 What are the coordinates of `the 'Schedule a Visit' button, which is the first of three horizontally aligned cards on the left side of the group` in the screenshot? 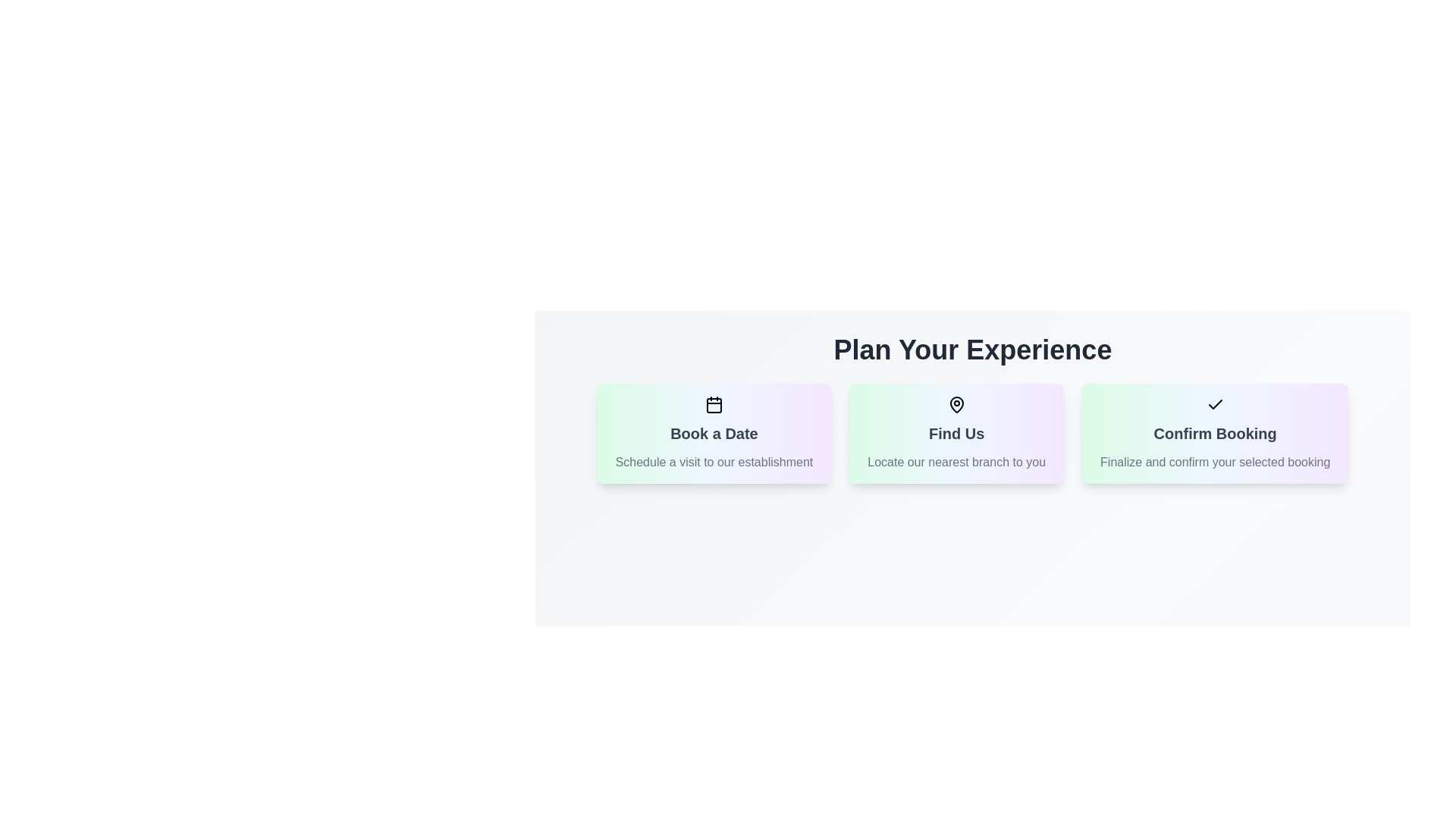 It's located at (713, 433).